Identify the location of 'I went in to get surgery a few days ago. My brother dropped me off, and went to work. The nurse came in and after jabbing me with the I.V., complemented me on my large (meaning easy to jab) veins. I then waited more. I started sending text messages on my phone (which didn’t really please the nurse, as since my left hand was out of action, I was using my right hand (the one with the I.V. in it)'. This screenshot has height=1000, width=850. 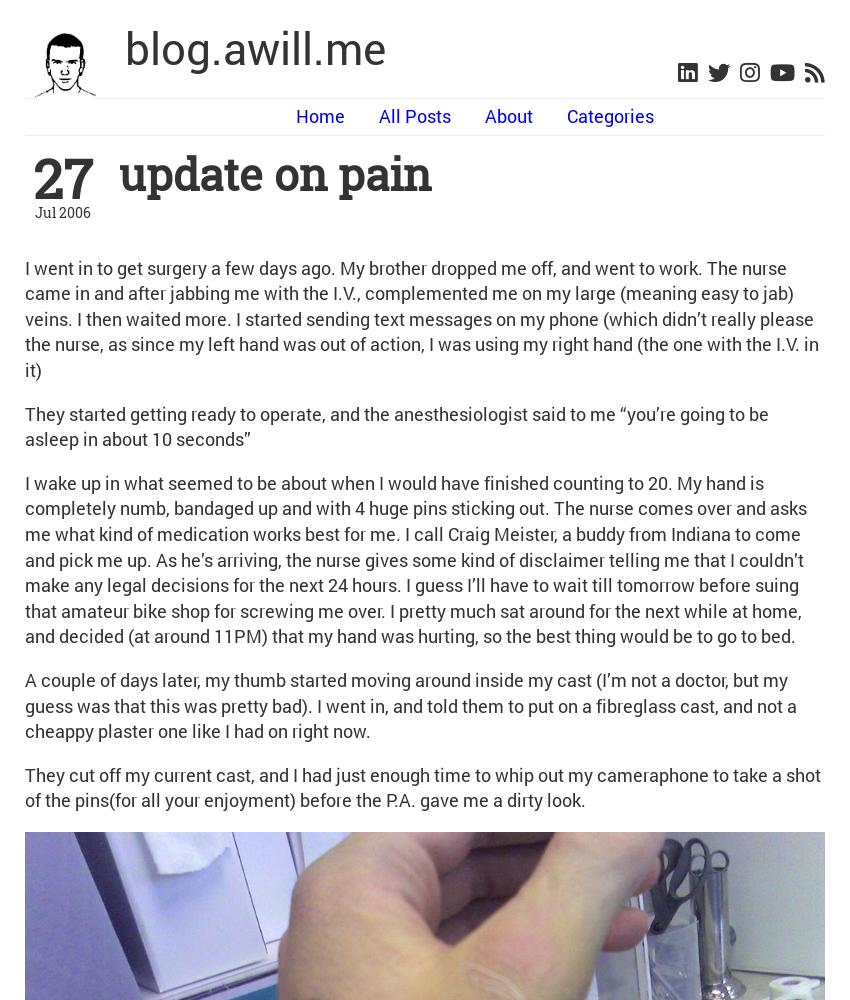
(422, 317).